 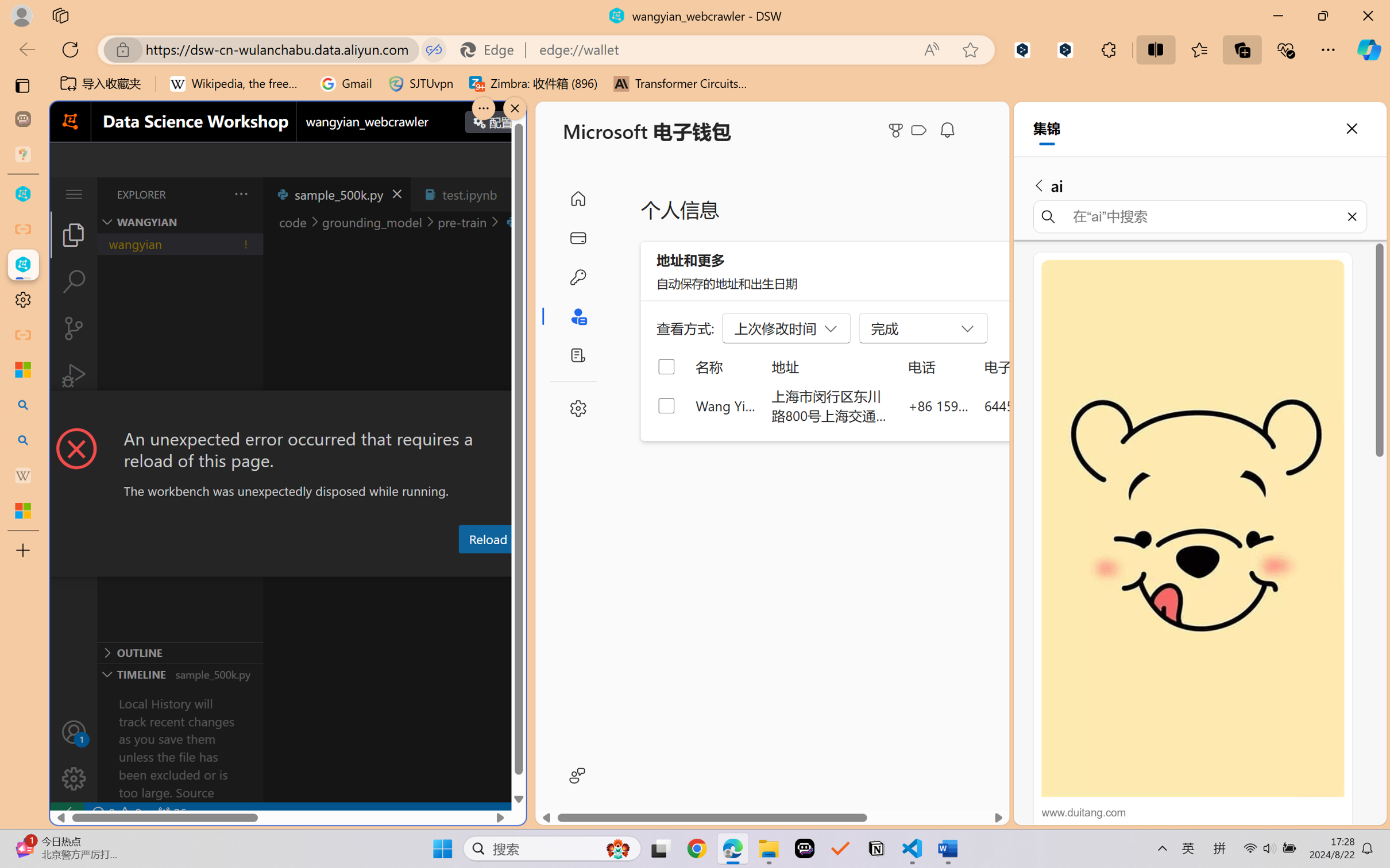 I want to click on 'Gmail', so click(x=345, y=83).